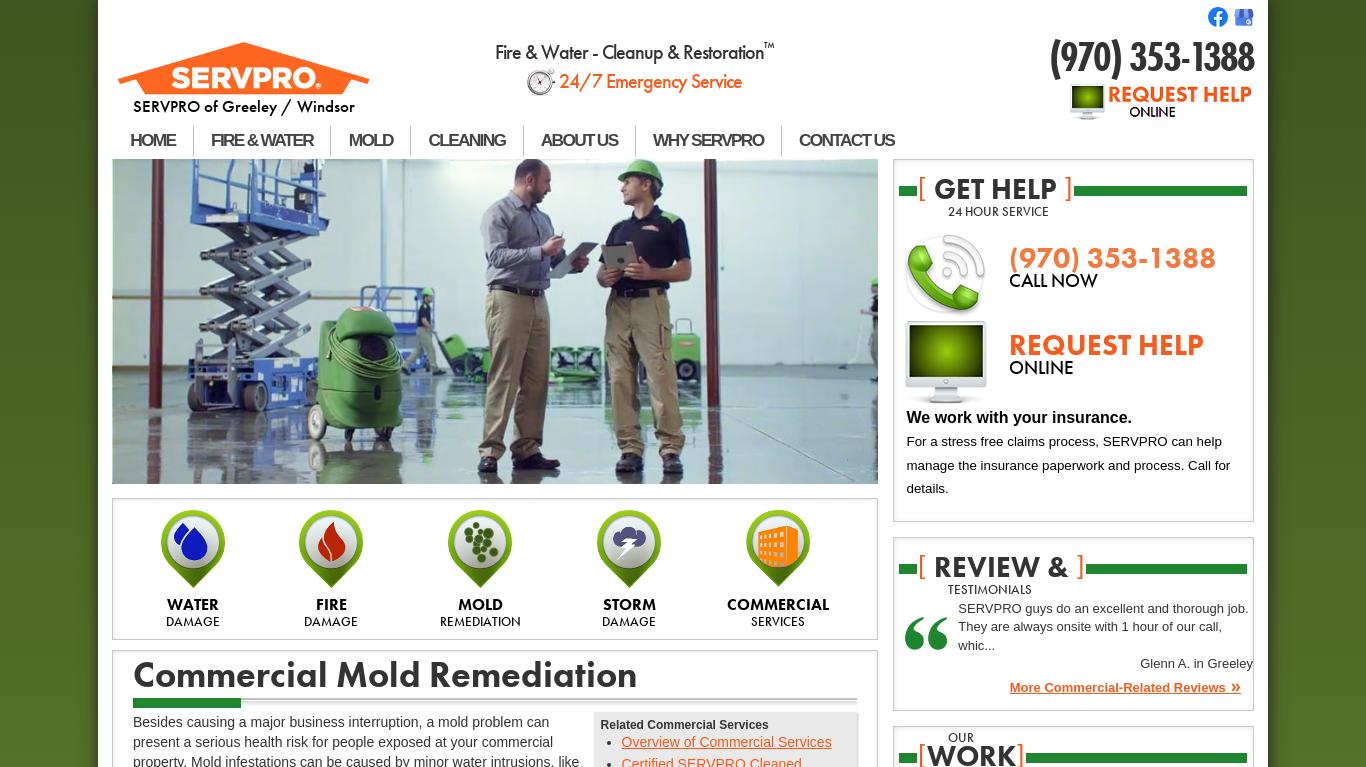 This screenshot has width=1366, height=767. What do you see at coordinates (466, 139) in the screenshot?
I see `'CLEANING'` at bounding box center [466, 139].